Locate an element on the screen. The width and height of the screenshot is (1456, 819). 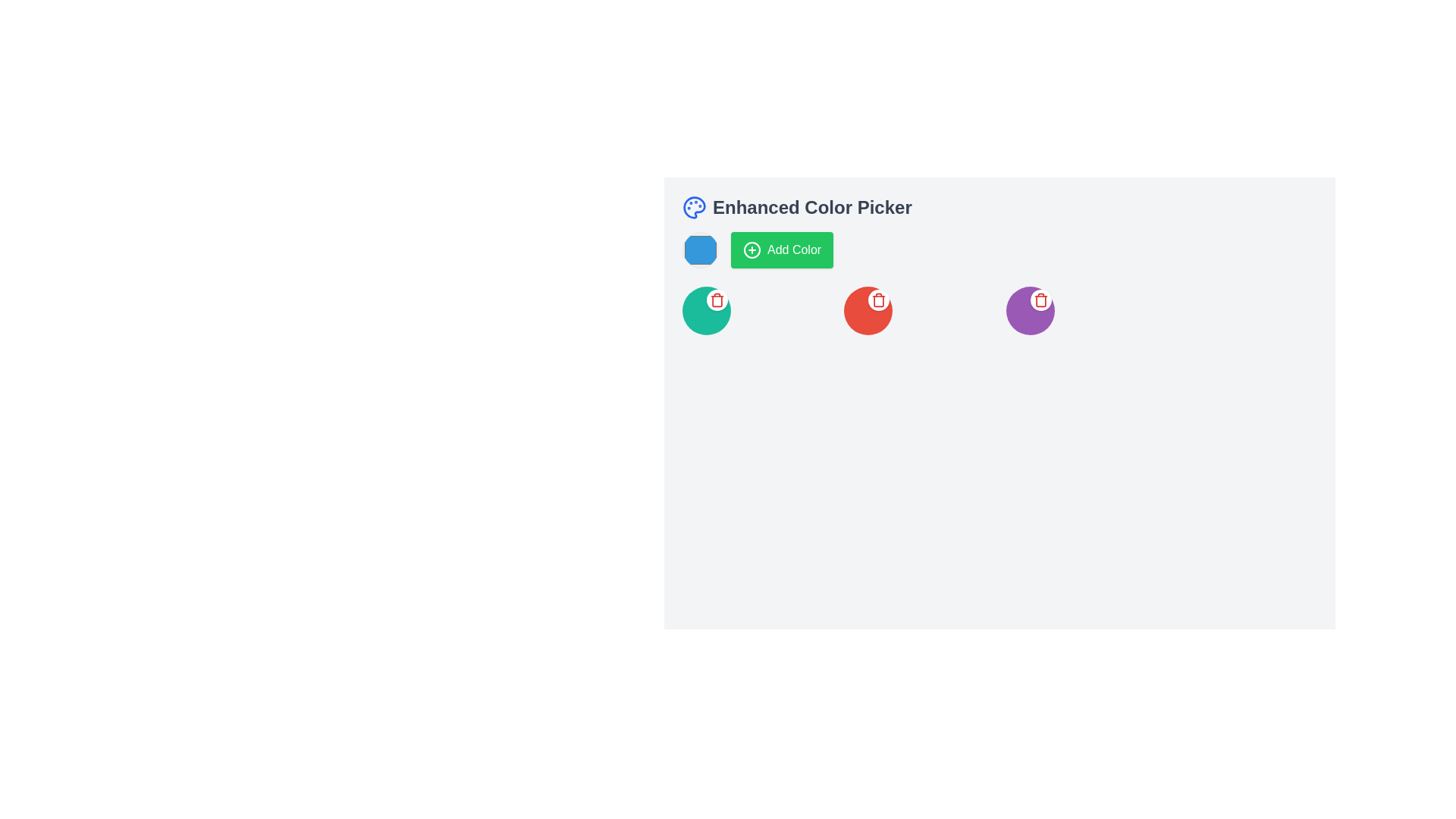
the central delete icon within the circular red button located on the right-hand side above the purple circular item is located at coordinates (879, 300).